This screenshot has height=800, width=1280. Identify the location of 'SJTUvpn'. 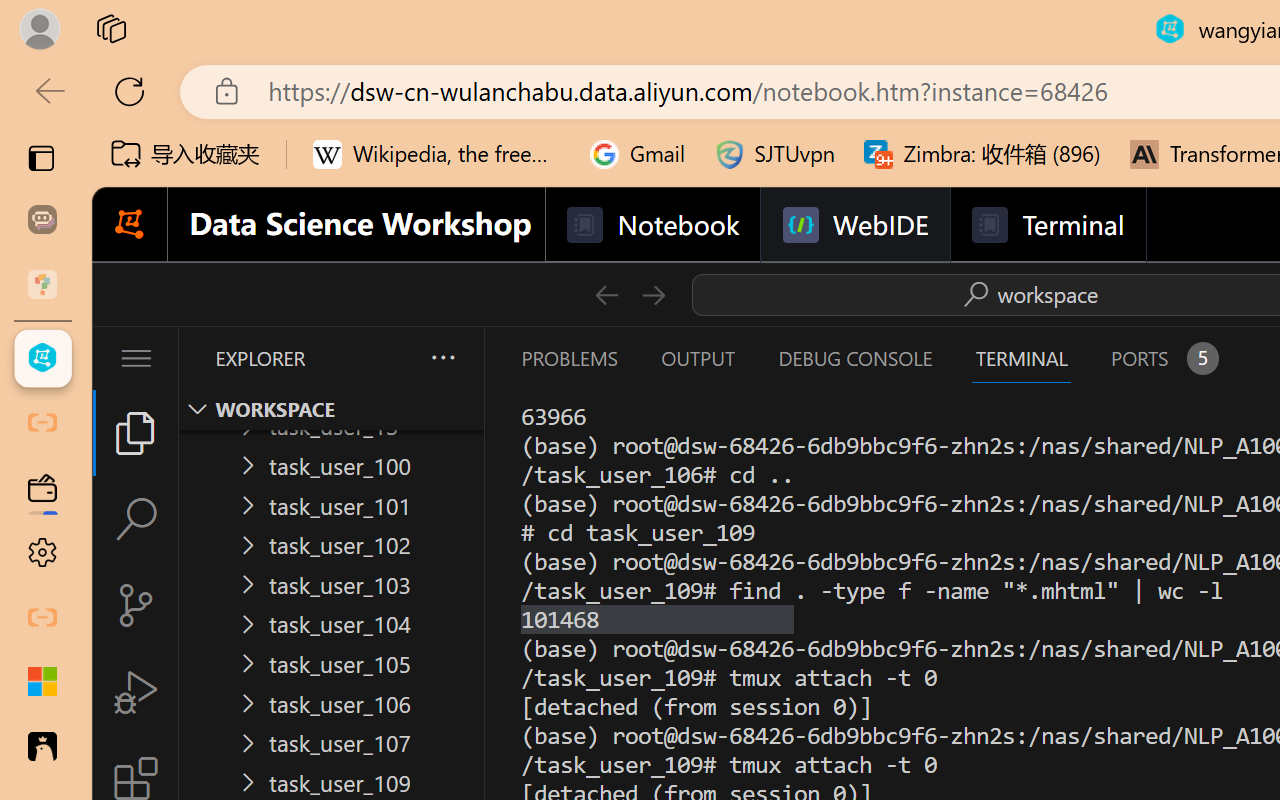
(773, 154).